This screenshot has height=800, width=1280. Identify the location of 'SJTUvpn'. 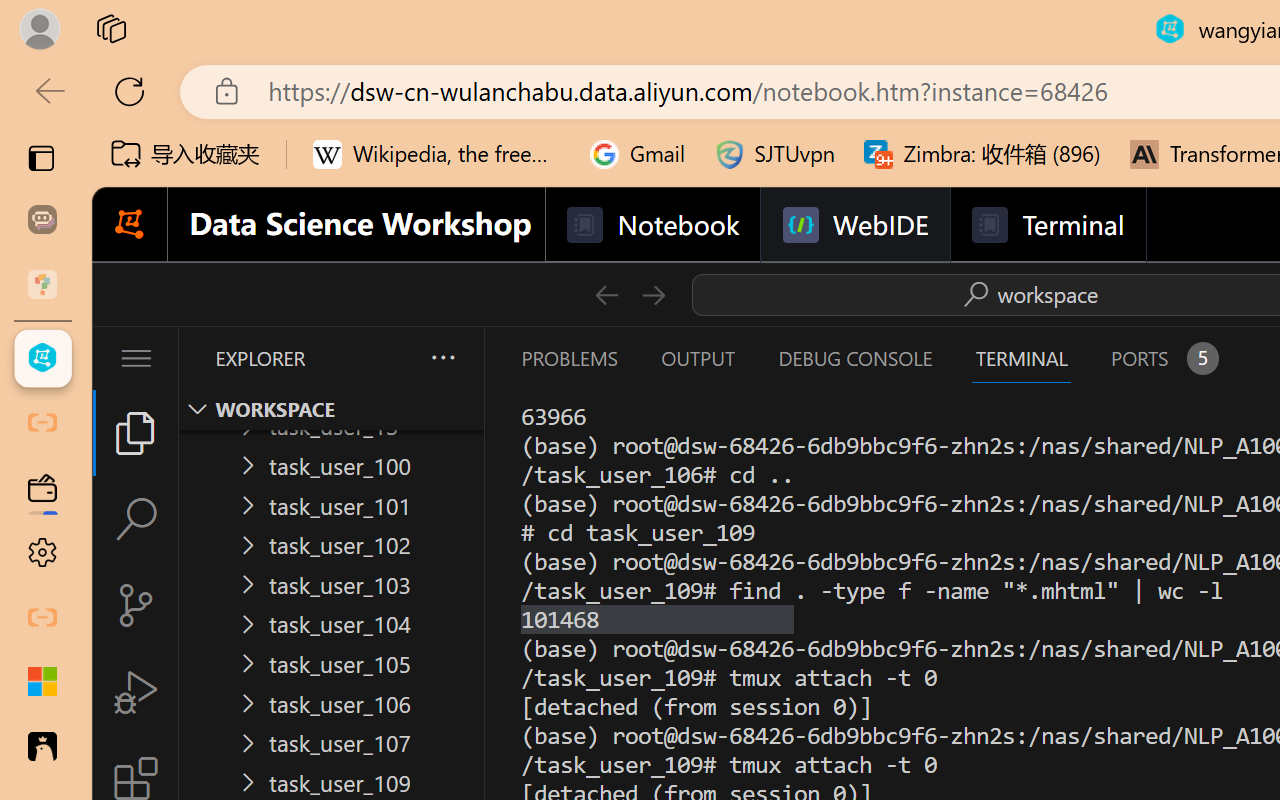
(773, 154).